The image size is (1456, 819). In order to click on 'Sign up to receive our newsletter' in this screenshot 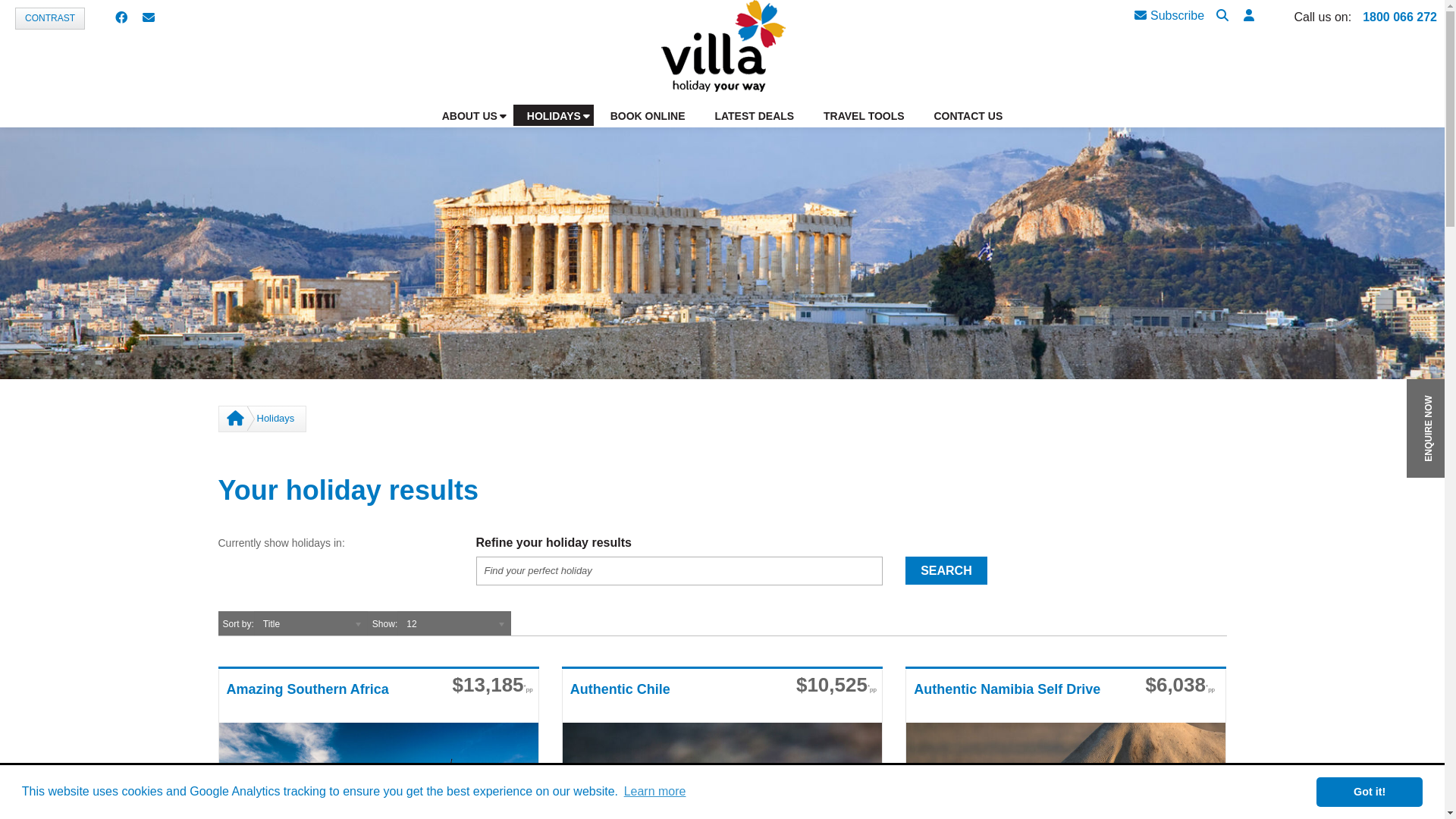, I will do `click(149, 18)`.